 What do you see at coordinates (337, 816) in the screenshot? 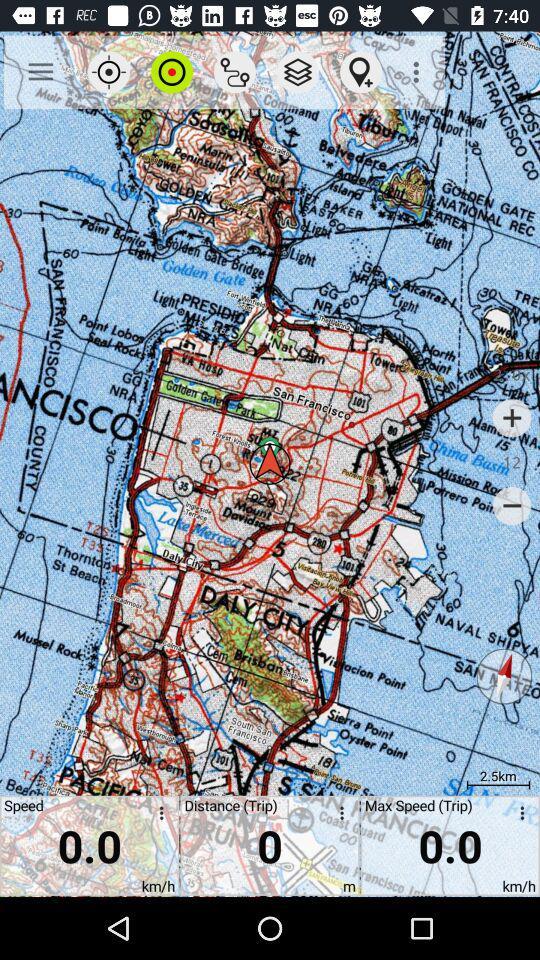
I see `more options` at bounding box center [337, 816].